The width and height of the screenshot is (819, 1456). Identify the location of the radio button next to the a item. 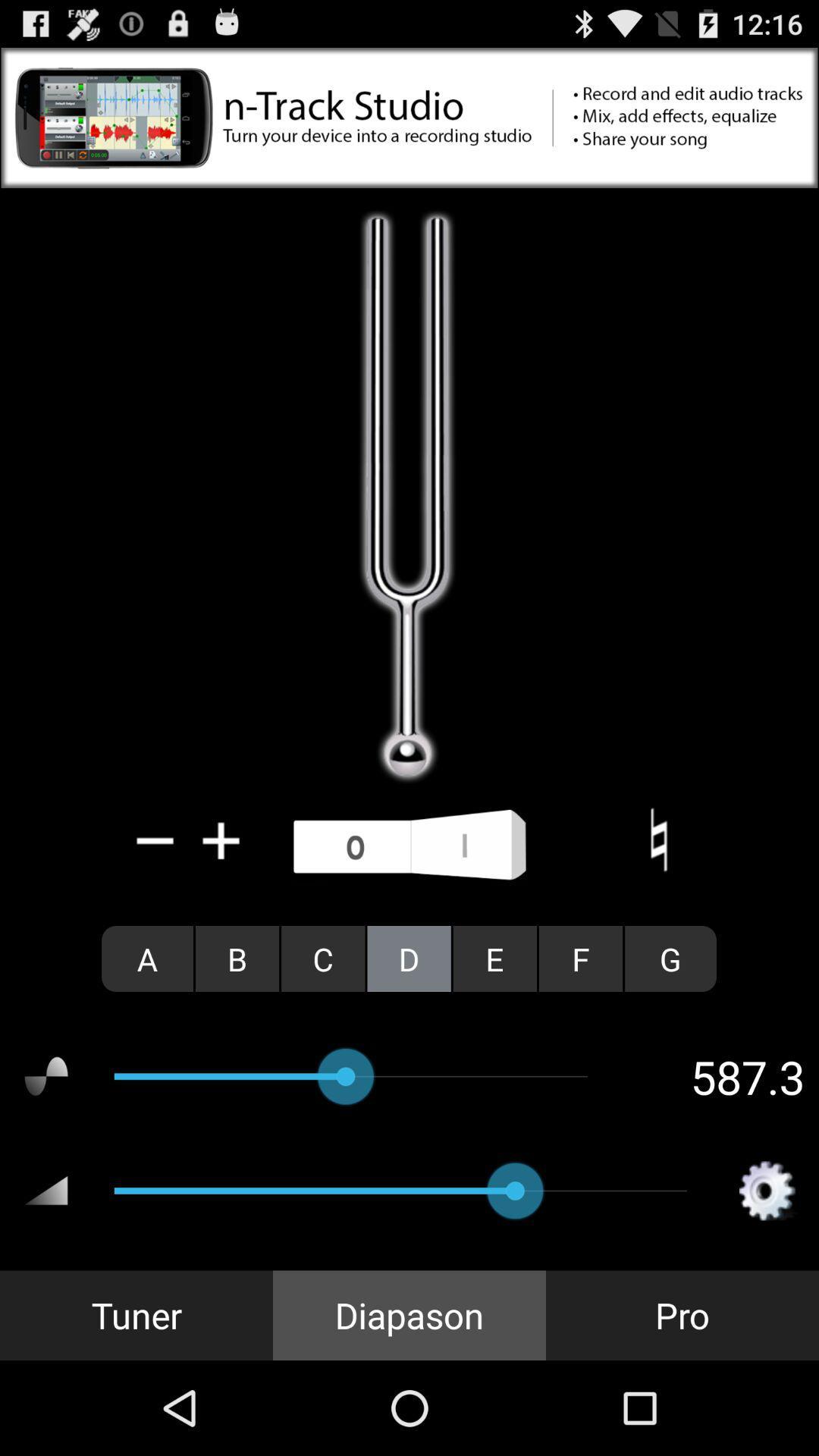
(237, 958).